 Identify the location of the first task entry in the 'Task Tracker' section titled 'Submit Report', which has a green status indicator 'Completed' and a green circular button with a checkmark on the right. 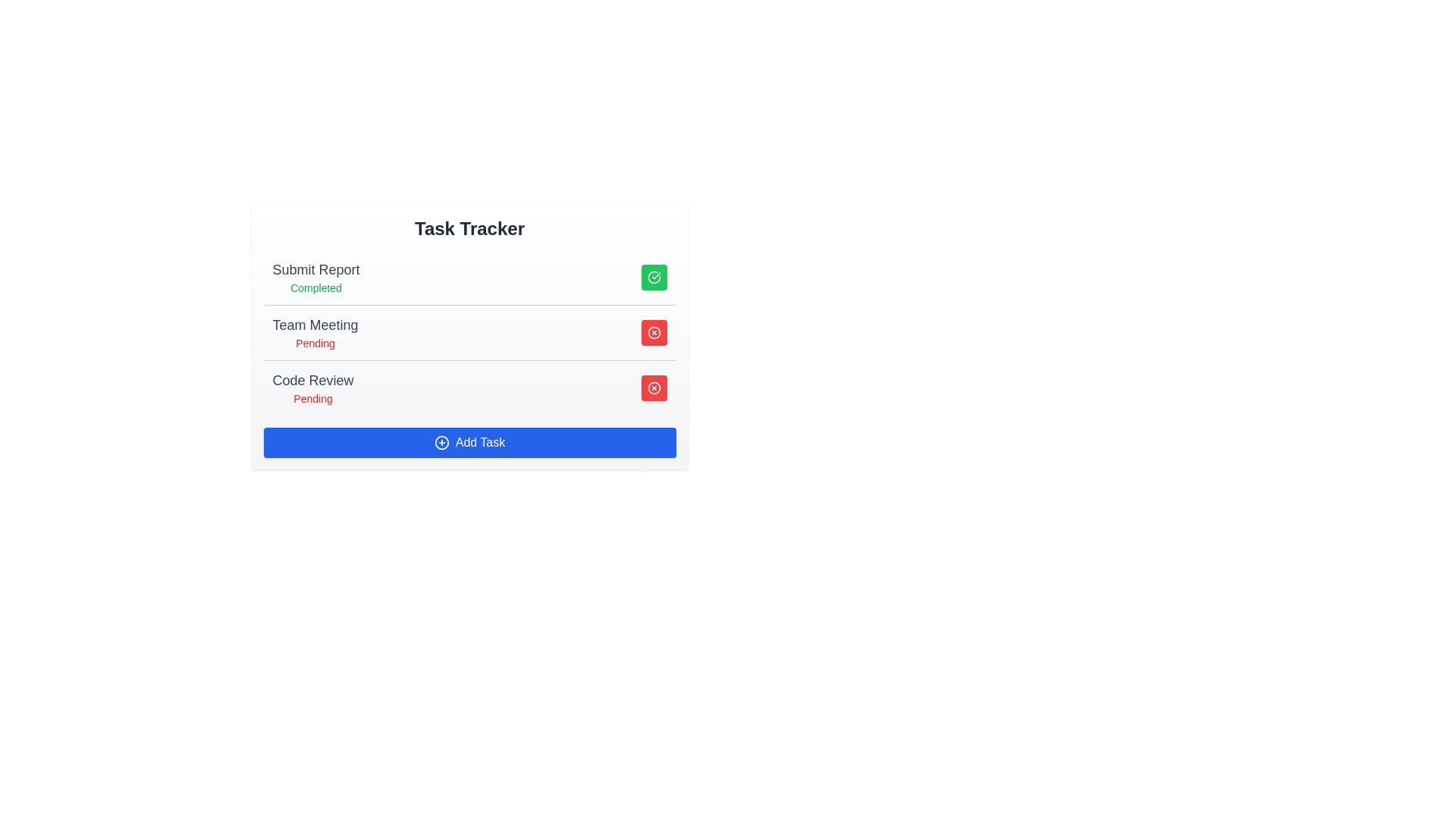
(469, 278).